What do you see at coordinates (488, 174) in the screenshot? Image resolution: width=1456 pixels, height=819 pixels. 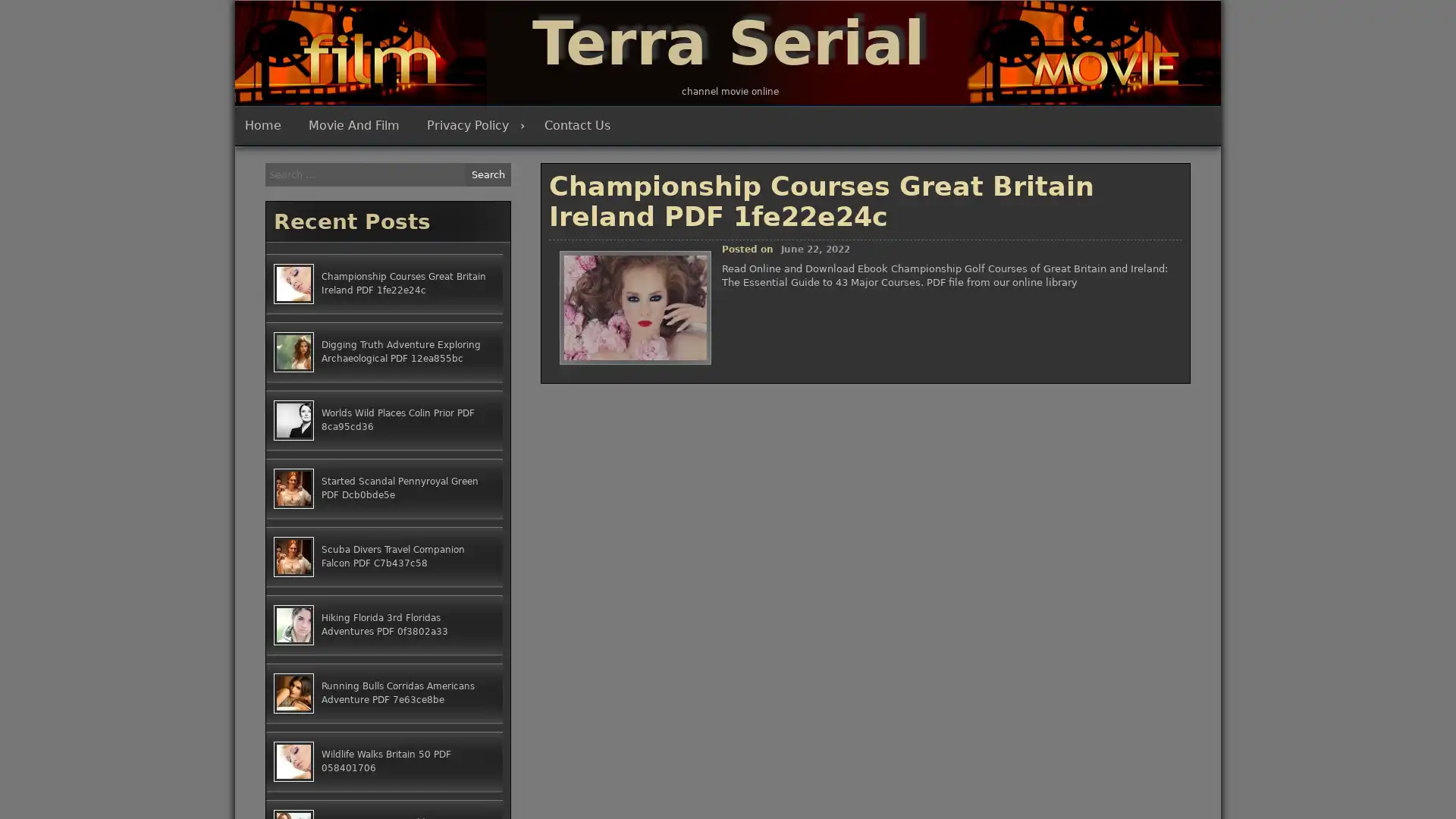 I see `Search` at bounding box center [488, 174].